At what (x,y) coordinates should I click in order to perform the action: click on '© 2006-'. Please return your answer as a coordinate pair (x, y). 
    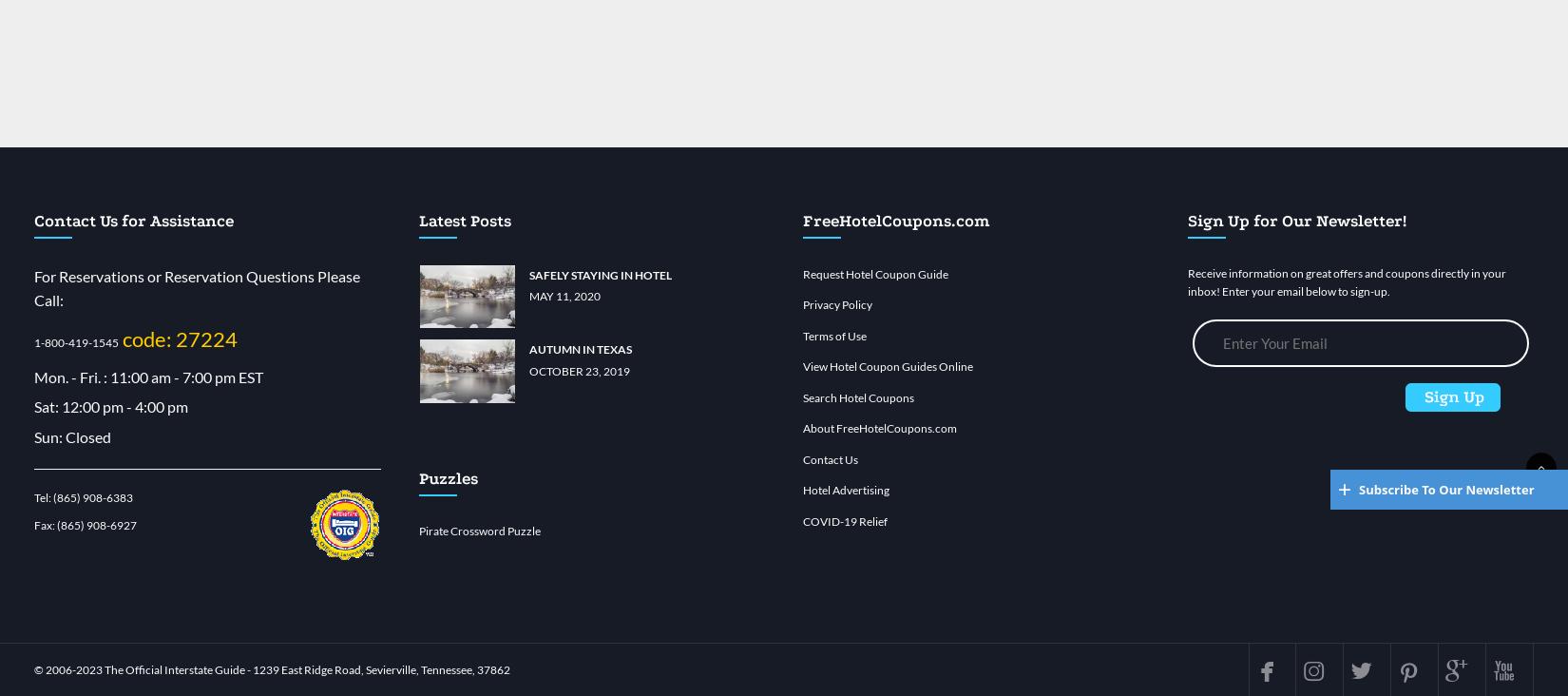
    Looking at the image, I should click on (33, 669).